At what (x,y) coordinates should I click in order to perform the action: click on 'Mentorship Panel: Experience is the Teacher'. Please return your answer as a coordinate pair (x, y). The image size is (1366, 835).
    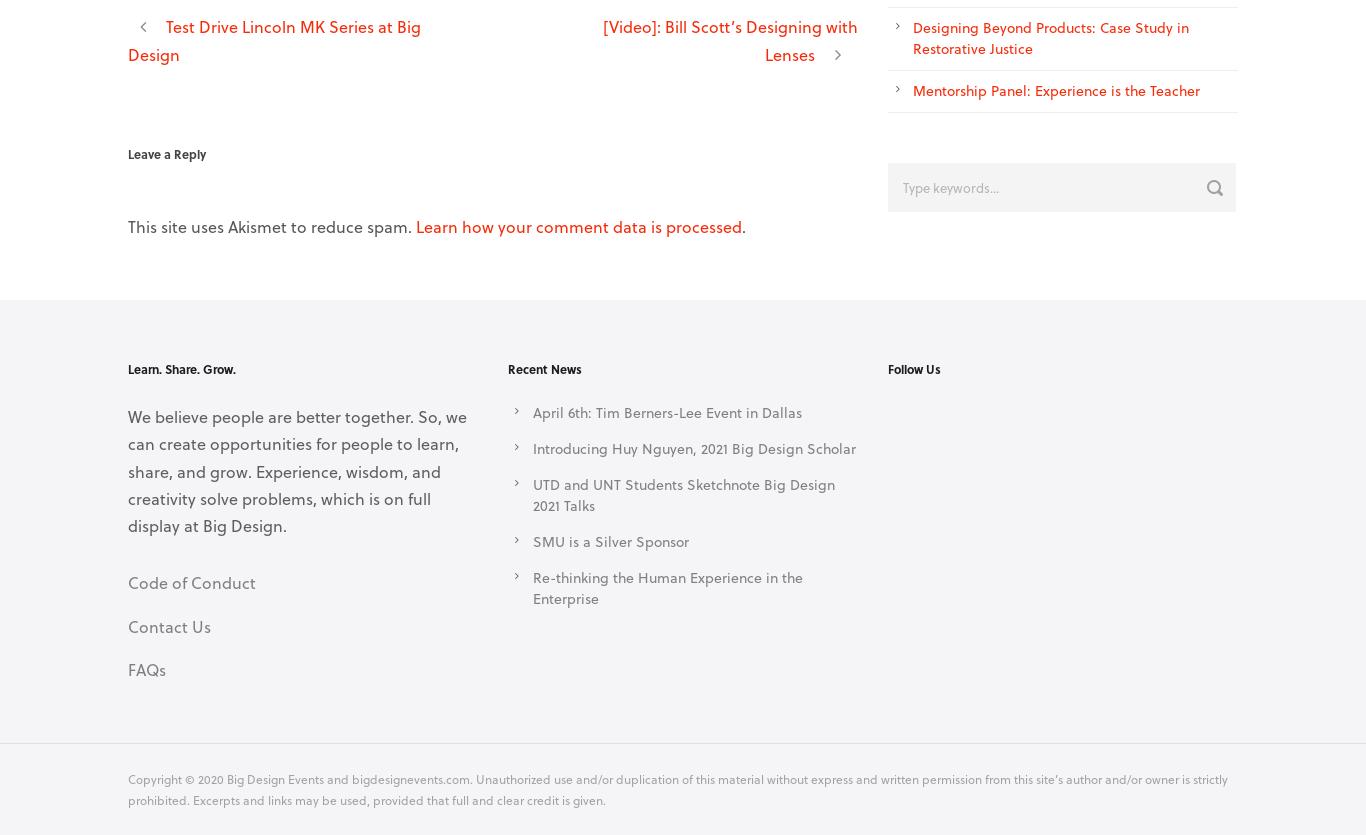
    Looking at the image, I should click on (1055, 89).